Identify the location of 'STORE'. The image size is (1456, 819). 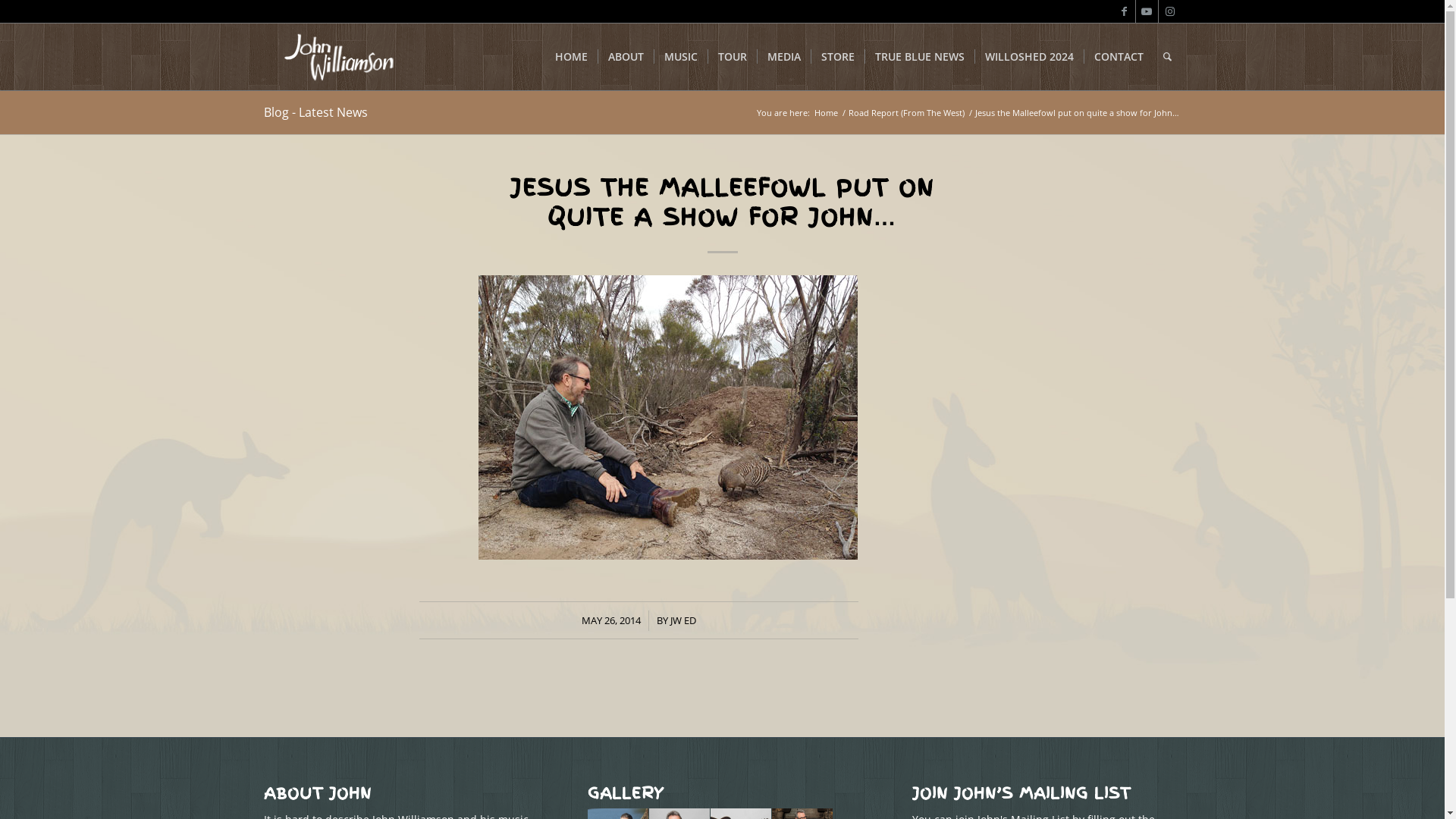
(836, 55).